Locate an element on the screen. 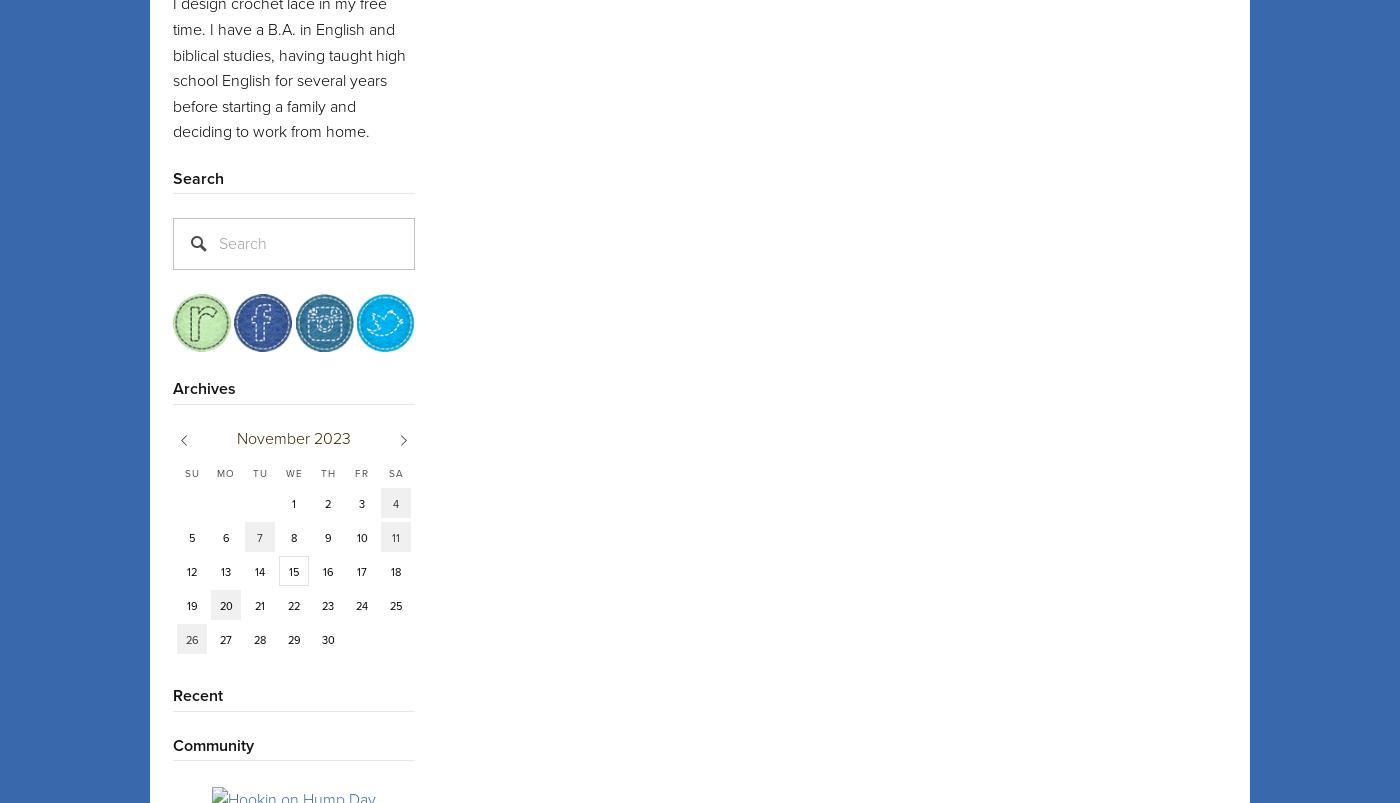 The width and height of the screenshot is (1400, 803). '12' is located at coordinates (191, 571).